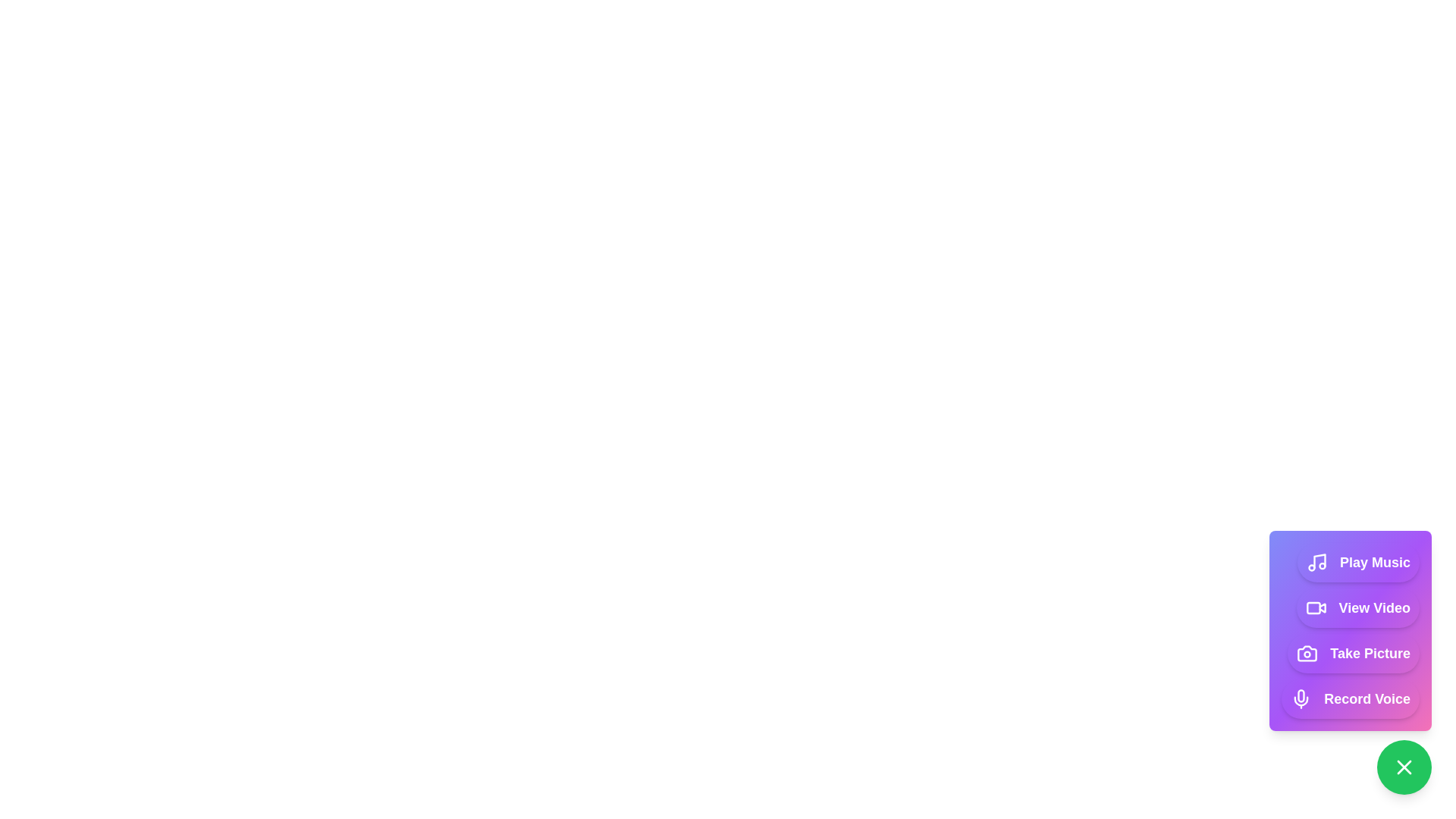  Describe the element at coordinates (1358, 562) in the screenshot. I see `the button with label 'Play Music' to visually inspect its text` at that location.